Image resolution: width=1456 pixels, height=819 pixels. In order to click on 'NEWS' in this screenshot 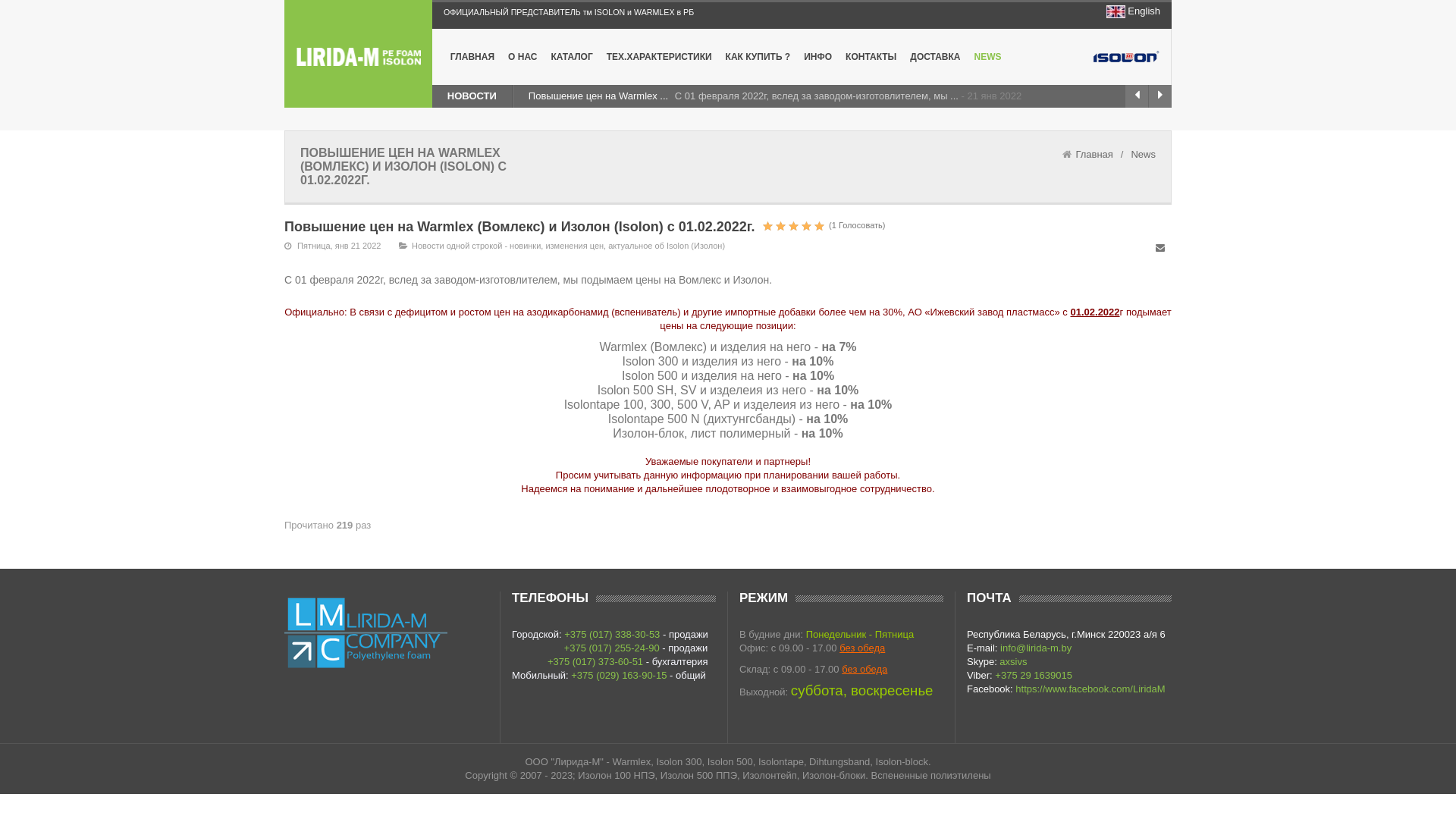, I will do `click(987, 55)`.